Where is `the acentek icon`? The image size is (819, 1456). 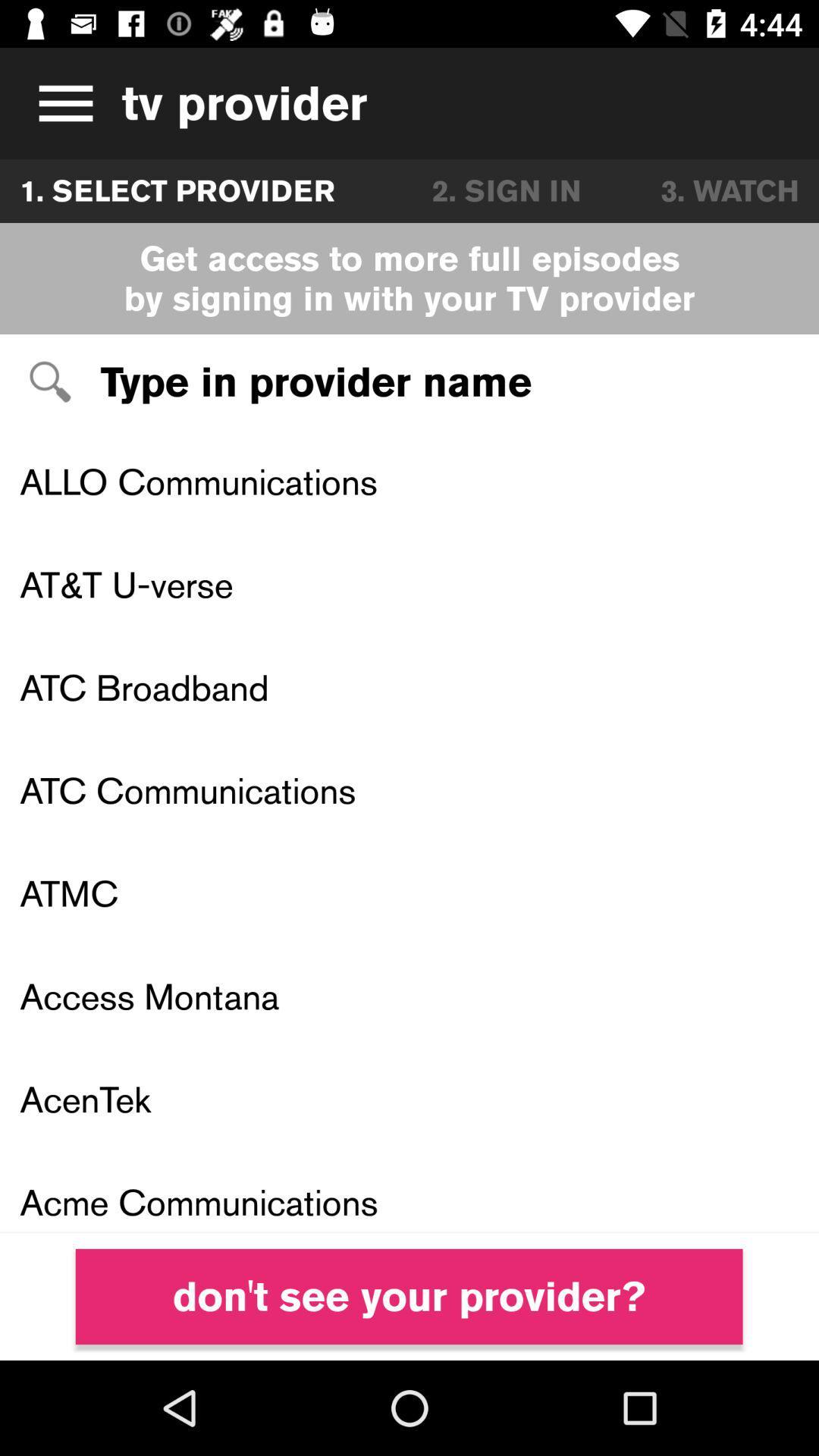 the acentek icon is located at coordinates (409, 1099).